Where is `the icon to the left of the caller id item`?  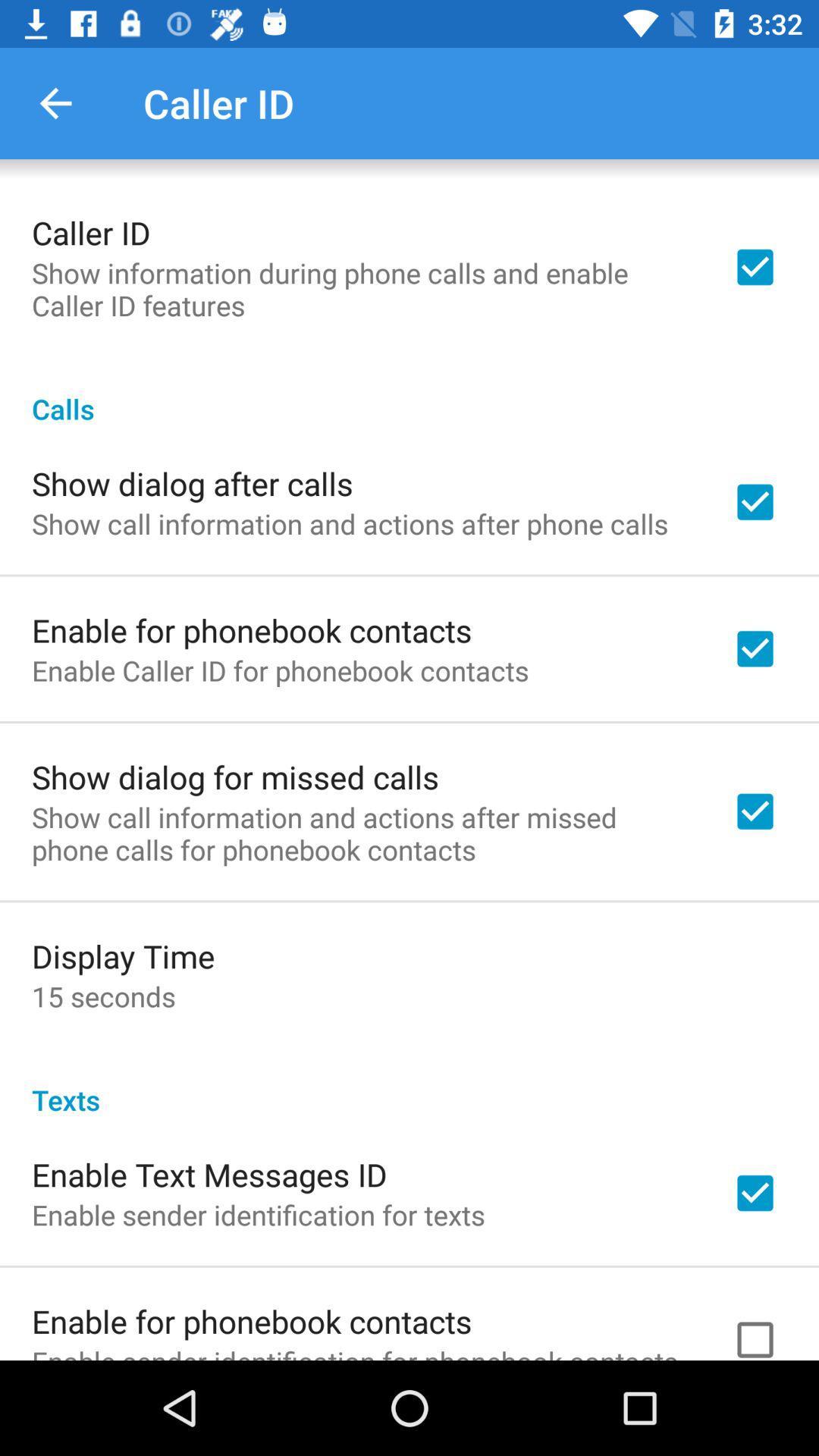 the icon to the left of the caller id item is located at coordinates (55, 102).